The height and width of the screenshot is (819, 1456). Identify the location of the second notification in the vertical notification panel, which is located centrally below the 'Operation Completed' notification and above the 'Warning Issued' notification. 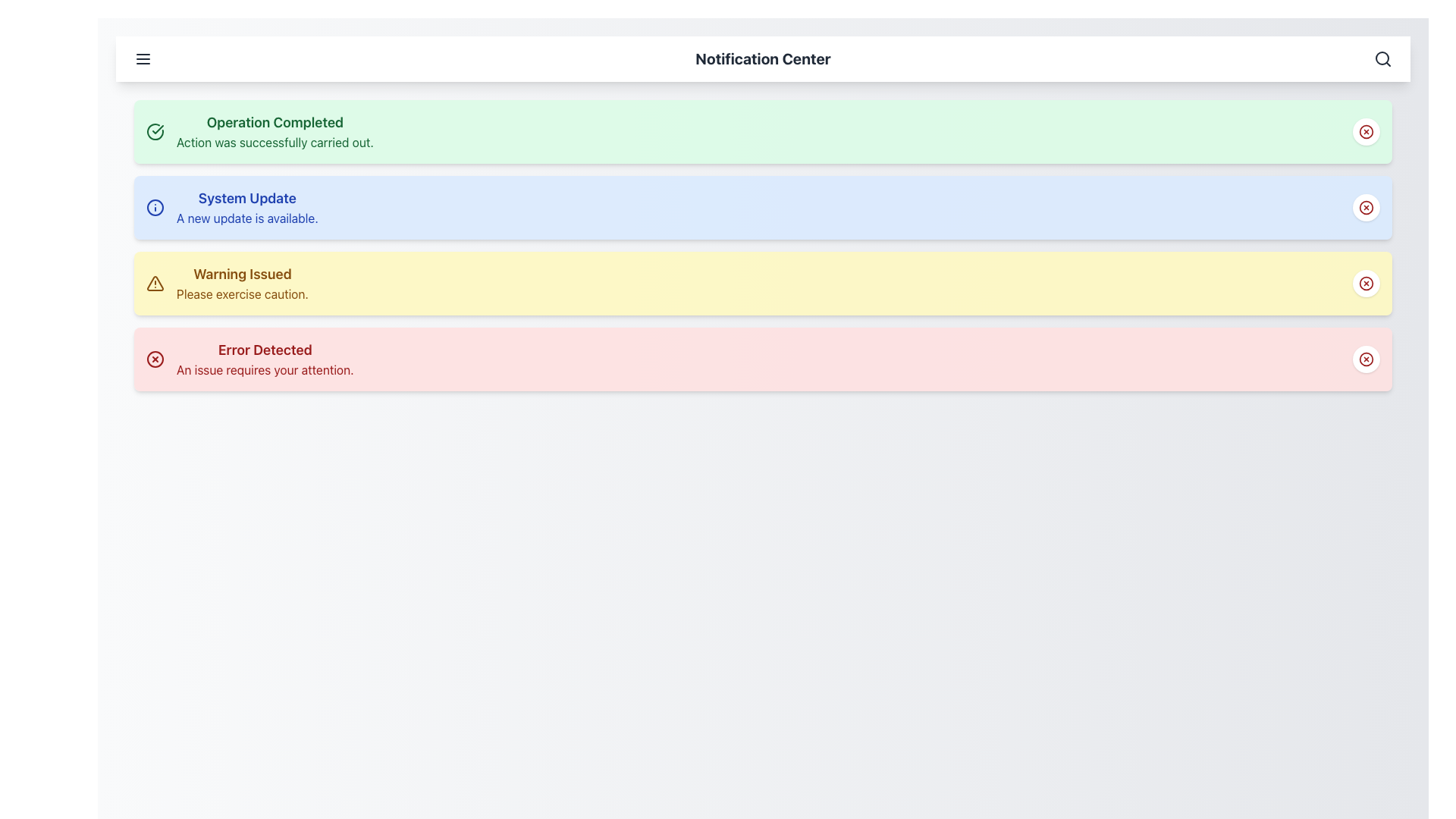
(763, 207).